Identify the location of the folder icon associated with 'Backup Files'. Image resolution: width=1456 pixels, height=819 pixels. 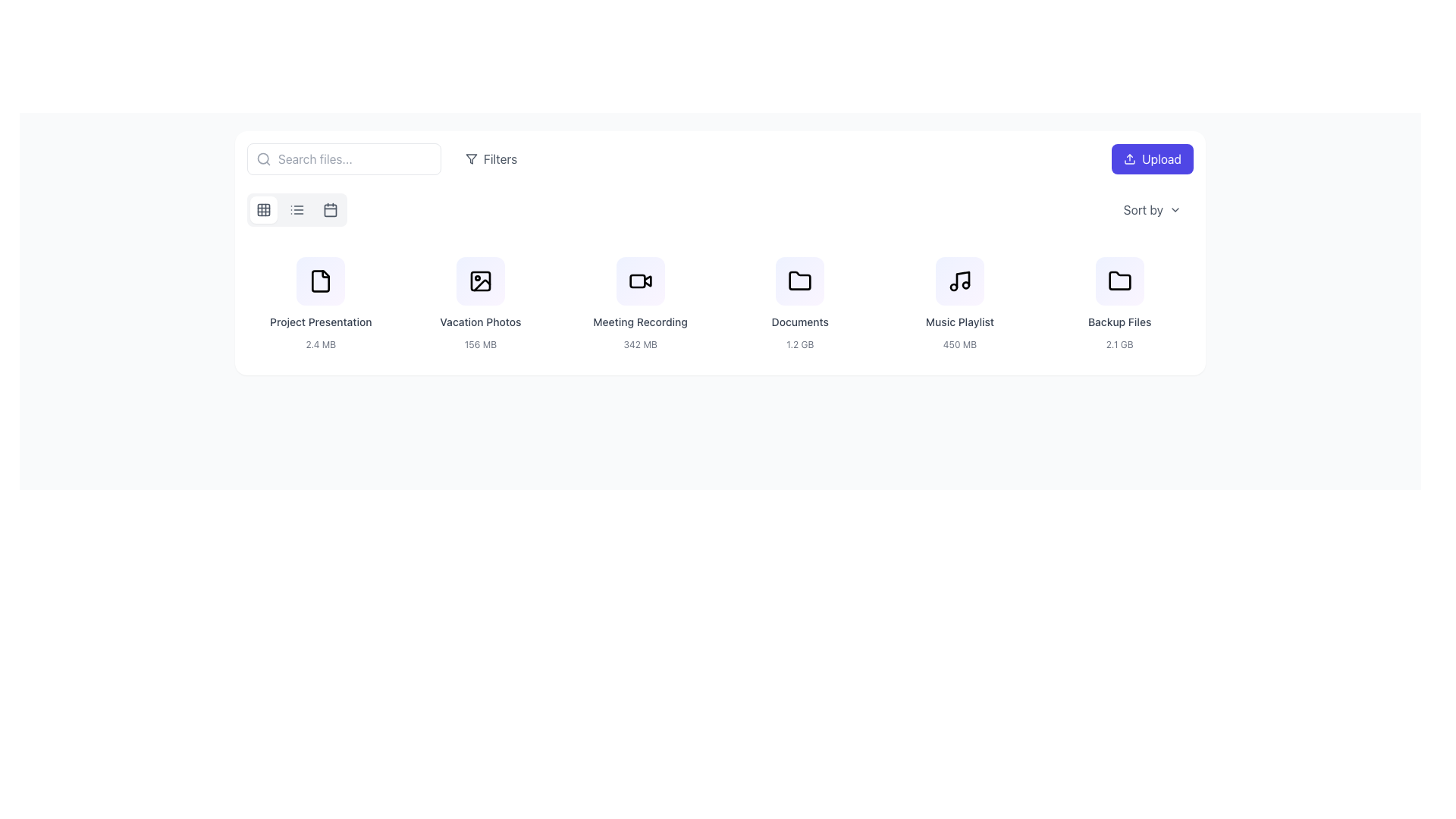
(1119, 281).